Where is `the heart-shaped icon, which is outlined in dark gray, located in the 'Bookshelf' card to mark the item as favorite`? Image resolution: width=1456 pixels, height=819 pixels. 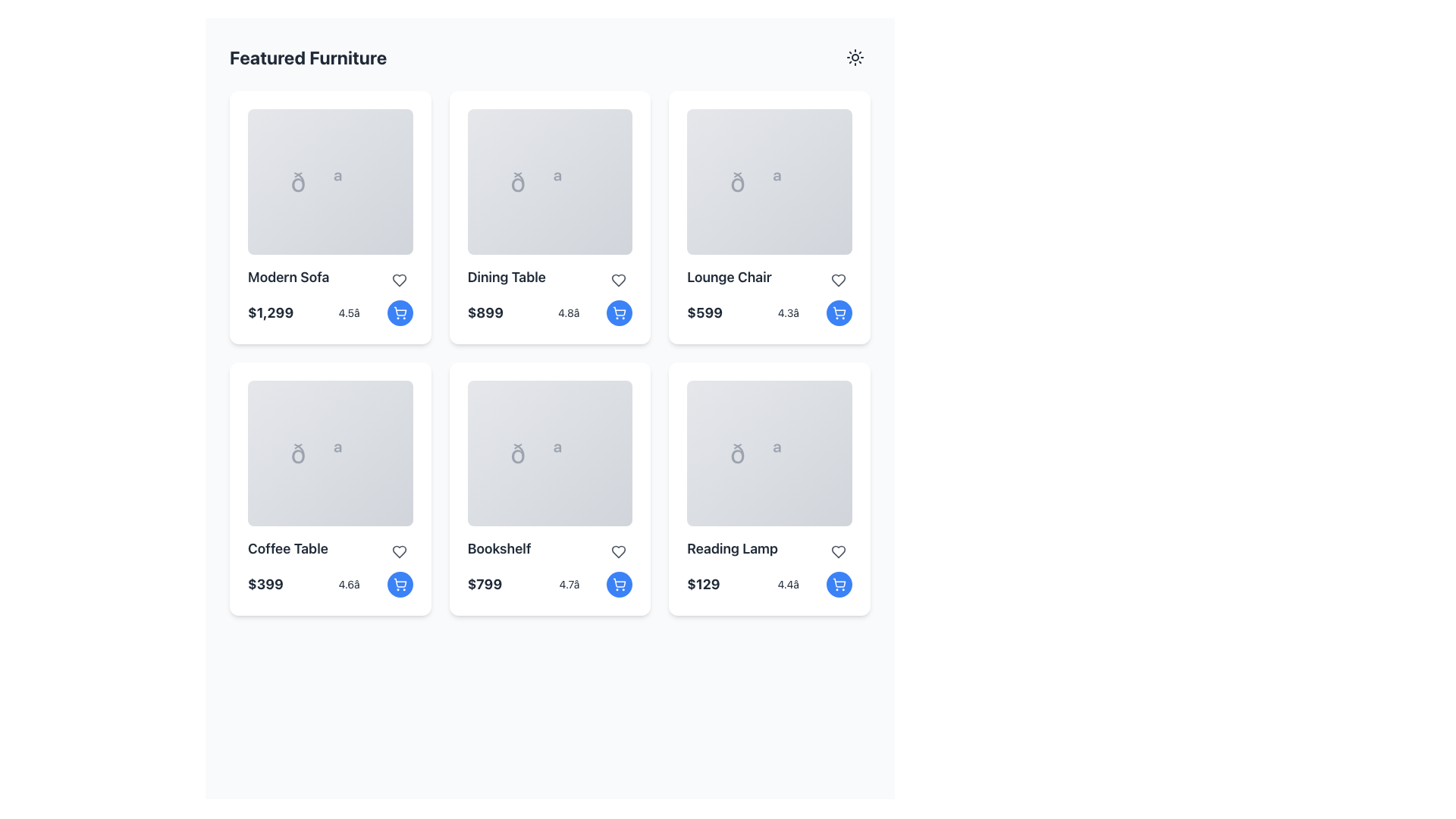
the heart-shaped icon, which is outlined in dark gray, located in the 'Bookshelf' card to mark the item as favorite is located at coordinates (619, 552).